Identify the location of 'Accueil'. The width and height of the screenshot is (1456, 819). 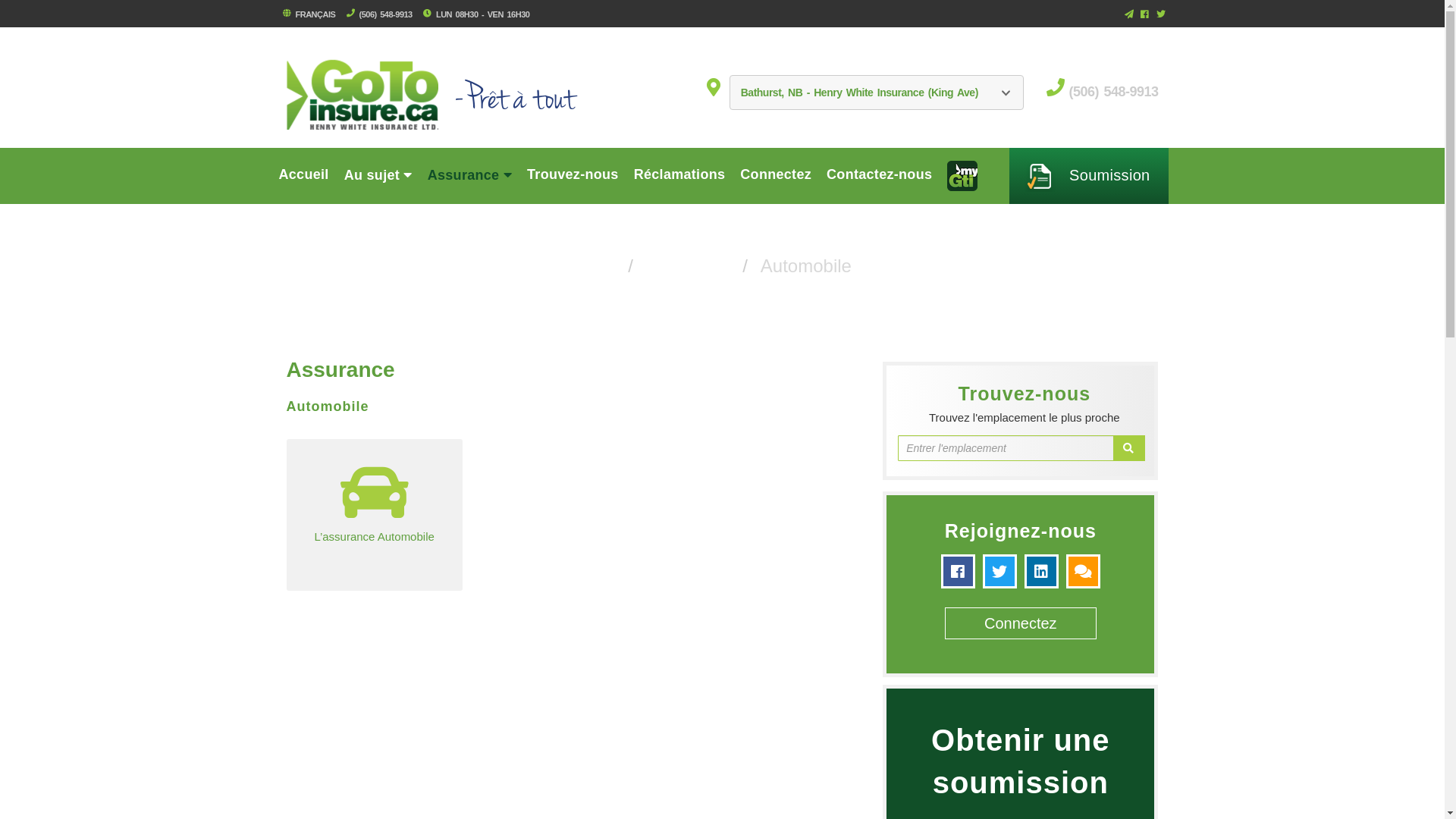
(303, 174).